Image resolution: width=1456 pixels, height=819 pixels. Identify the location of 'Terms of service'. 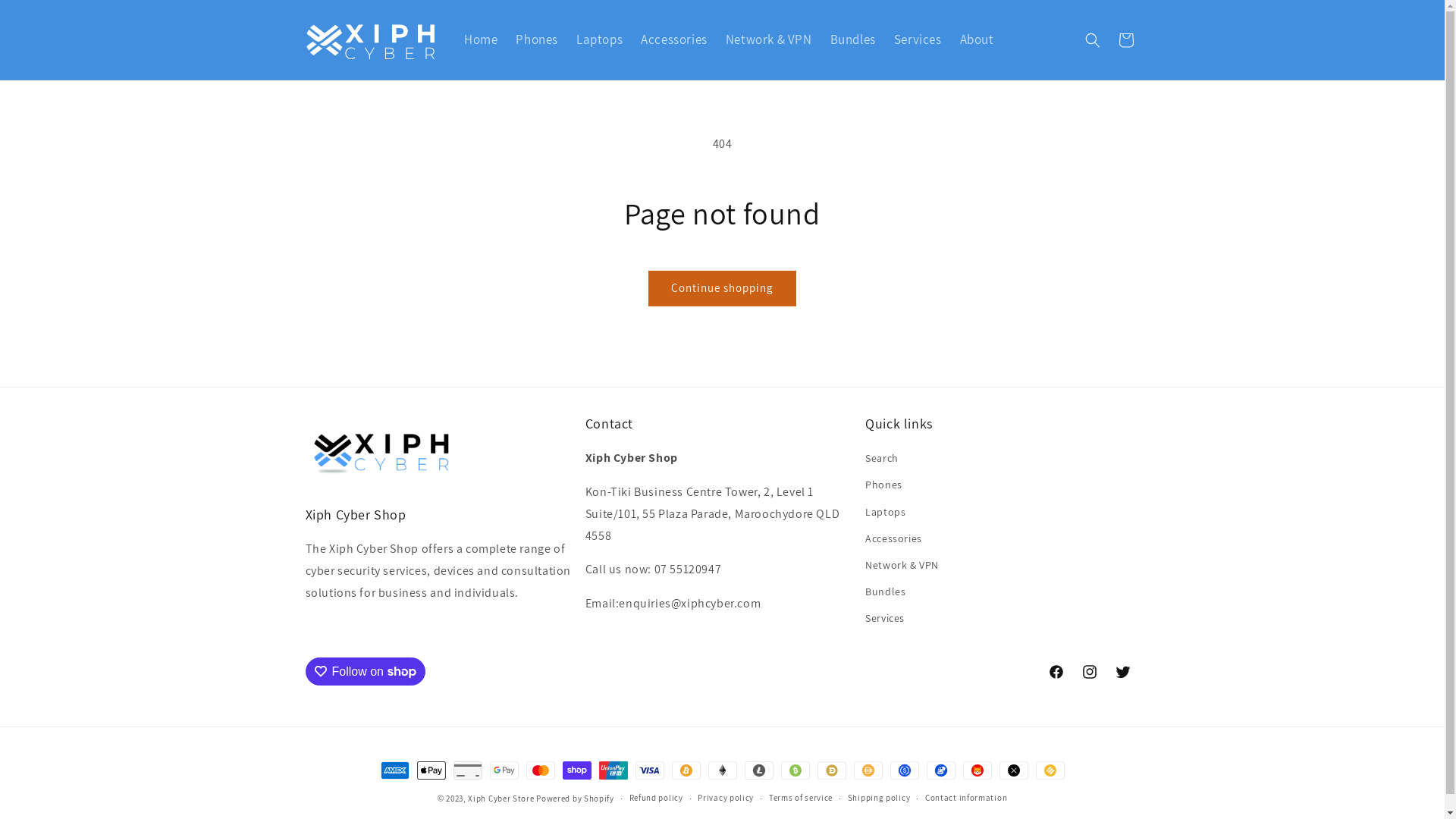
(800, 797).